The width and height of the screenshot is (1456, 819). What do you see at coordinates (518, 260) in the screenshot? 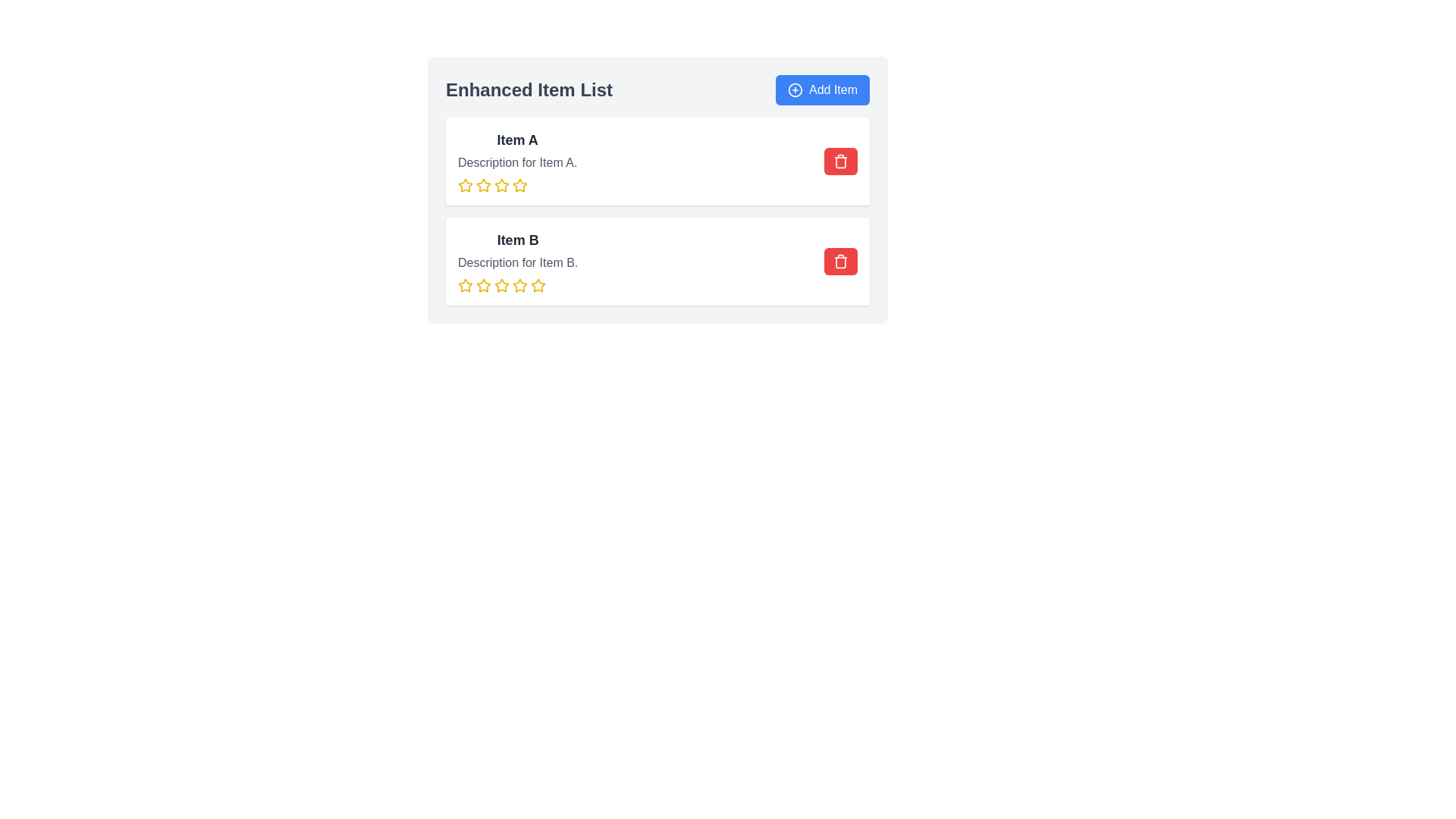
I see `descriptive text of the text block with the bold title 'Item B' and subtext 'Description for Item B.'` at bounding box center [518, 260].